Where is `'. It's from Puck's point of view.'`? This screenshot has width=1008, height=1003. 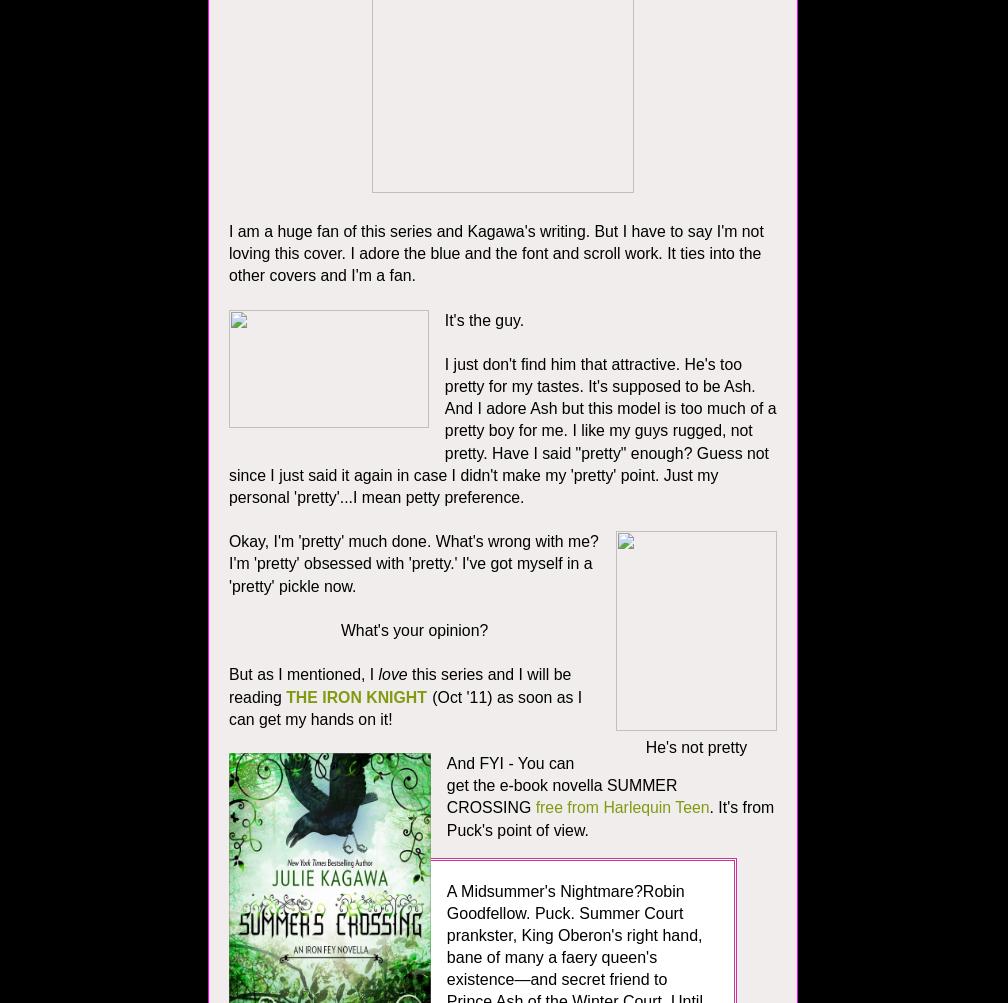 '. It's from Puck's point of view.' is located at coordinates (610, 818).